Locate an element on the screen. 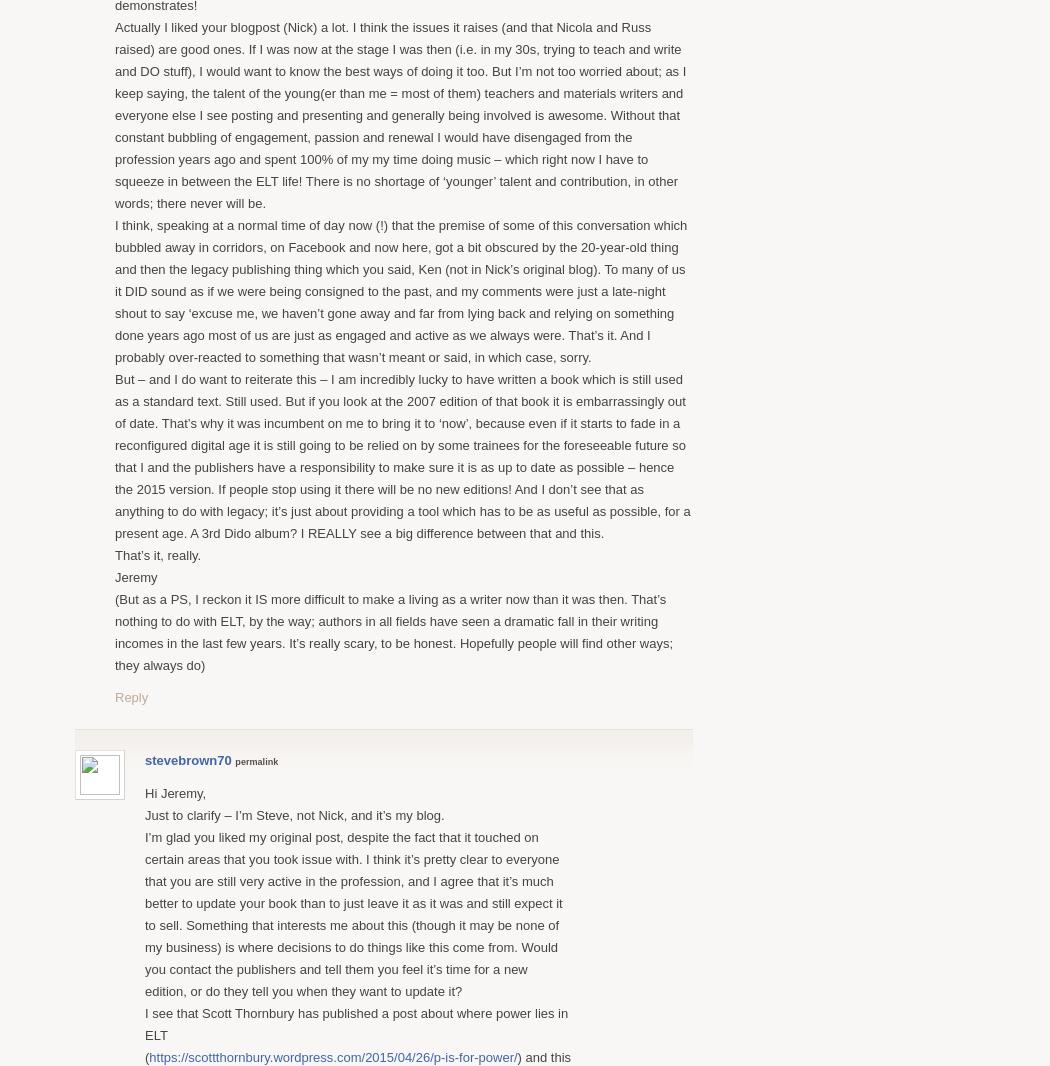  'I see that Scott Thornbury has published a post about where power lies in ELT' is located at coordinates (355, 1023).